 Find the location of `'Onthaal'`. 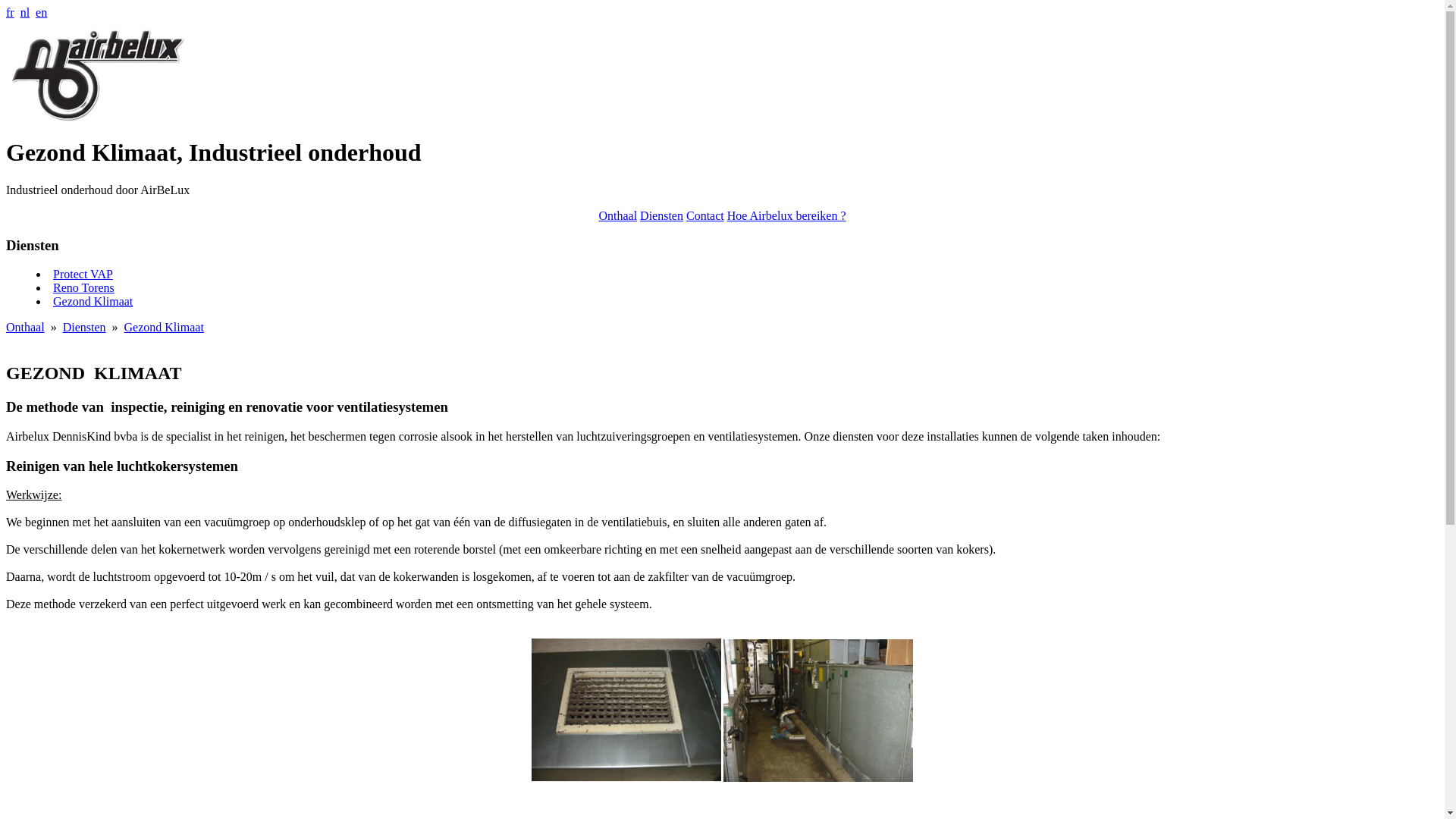

'Onthaal' is located at coordinates (25, 326).